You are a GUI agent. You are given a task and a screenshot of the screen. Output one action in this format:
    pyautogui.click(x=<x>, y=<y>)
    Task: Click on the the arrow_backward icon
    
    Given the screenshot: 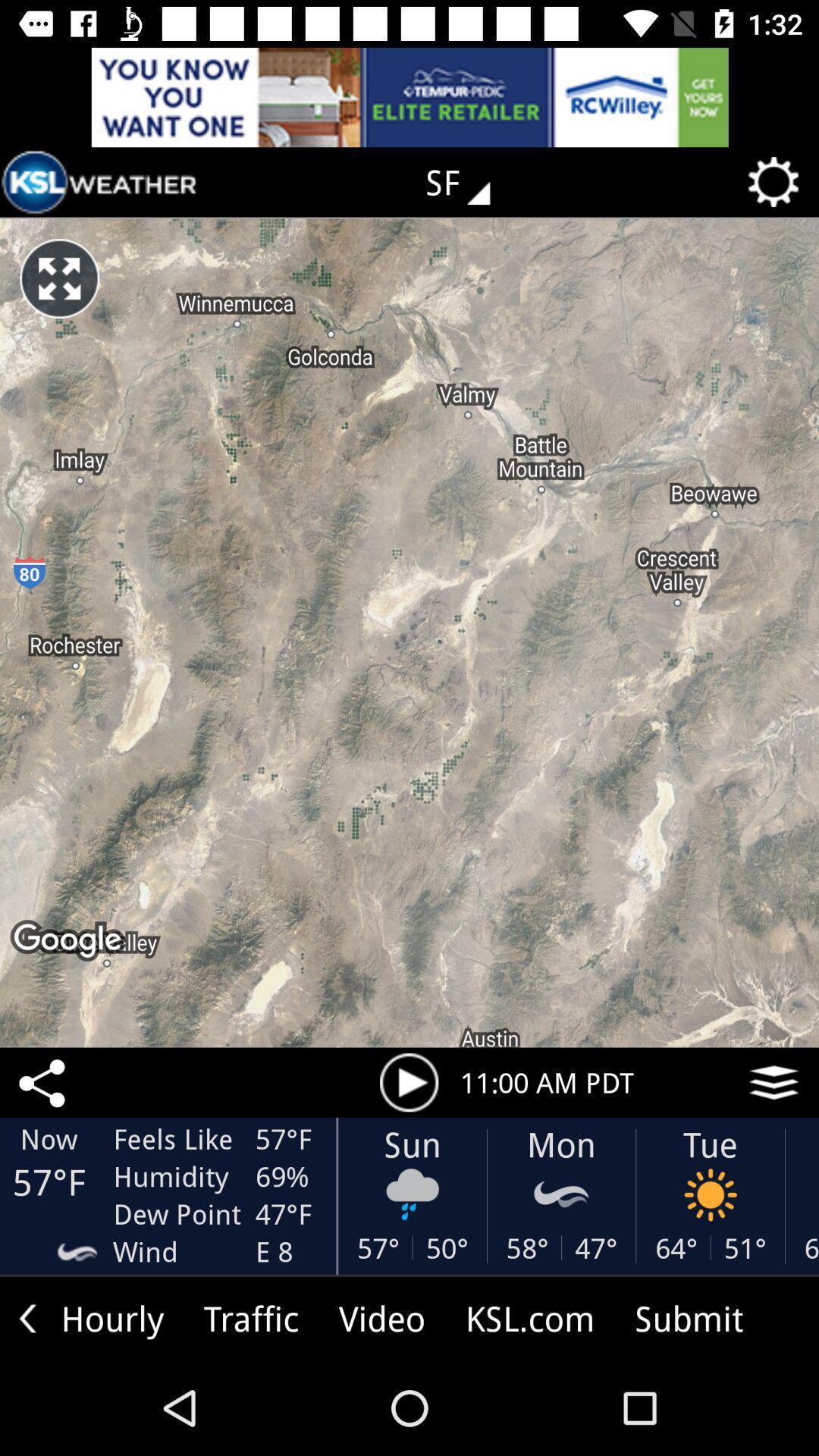 What is the action you would take?
    pyautogui.click(x=27, y=1317)
    